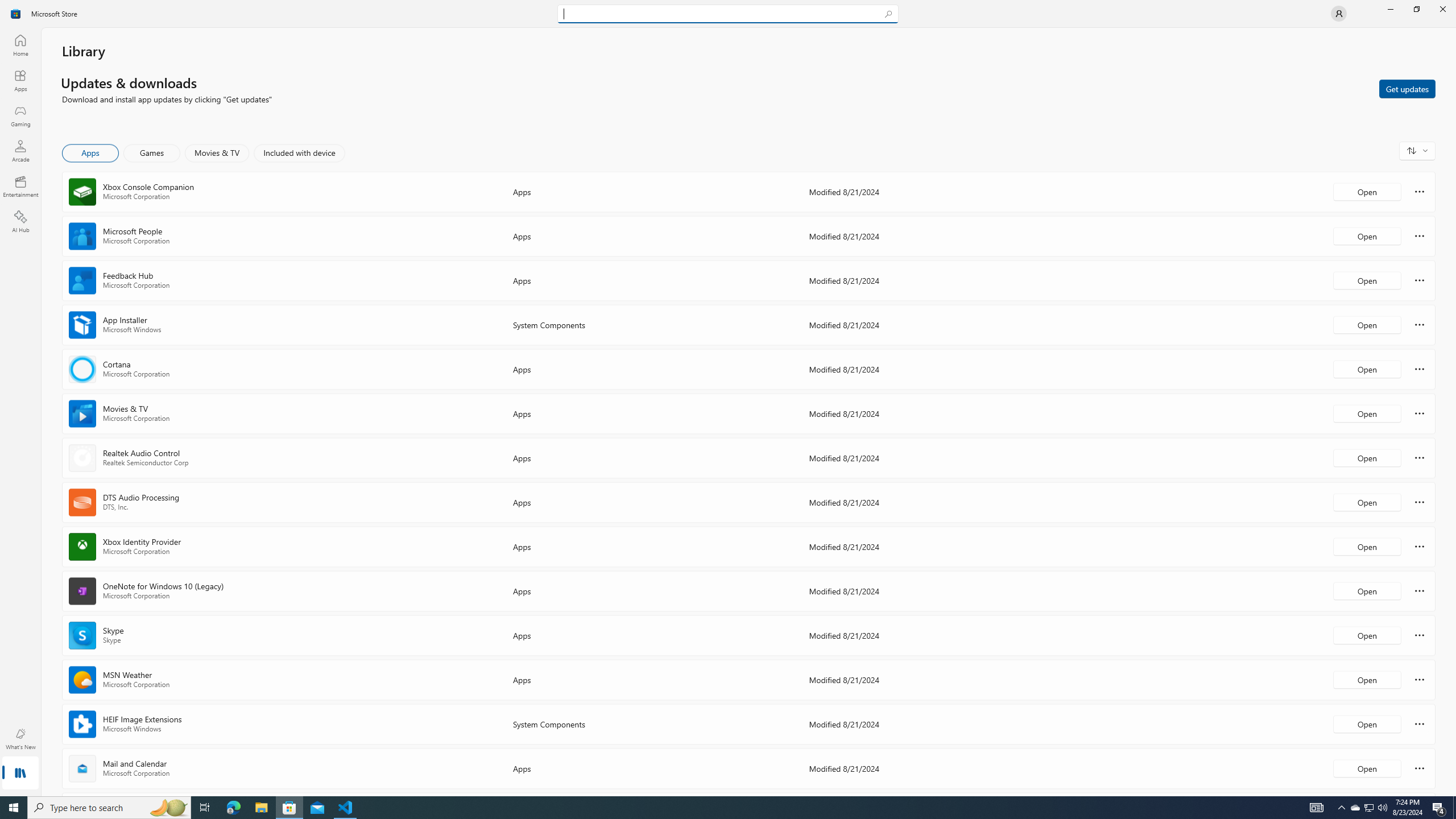  I want to click on 'User profile', so click(1338, 13).